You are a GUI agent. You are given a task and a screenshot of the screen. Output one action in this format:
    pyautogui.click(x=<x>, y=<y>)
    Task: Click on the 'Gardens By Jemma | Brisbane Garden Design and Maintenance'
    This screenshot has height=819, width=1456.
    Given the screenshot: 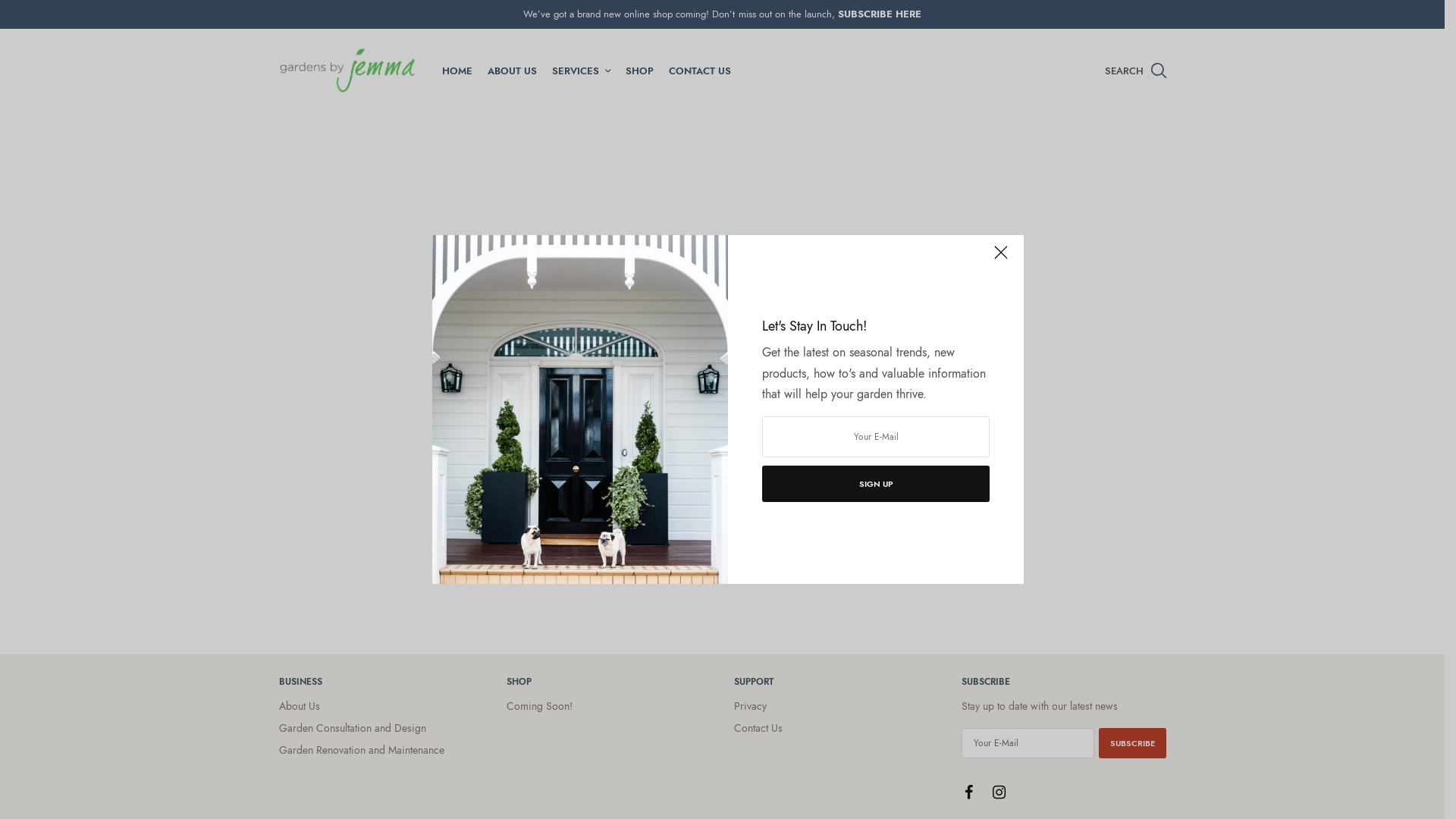 What is the action you would take?
    pyautogui.click(x=346, y=70)
    